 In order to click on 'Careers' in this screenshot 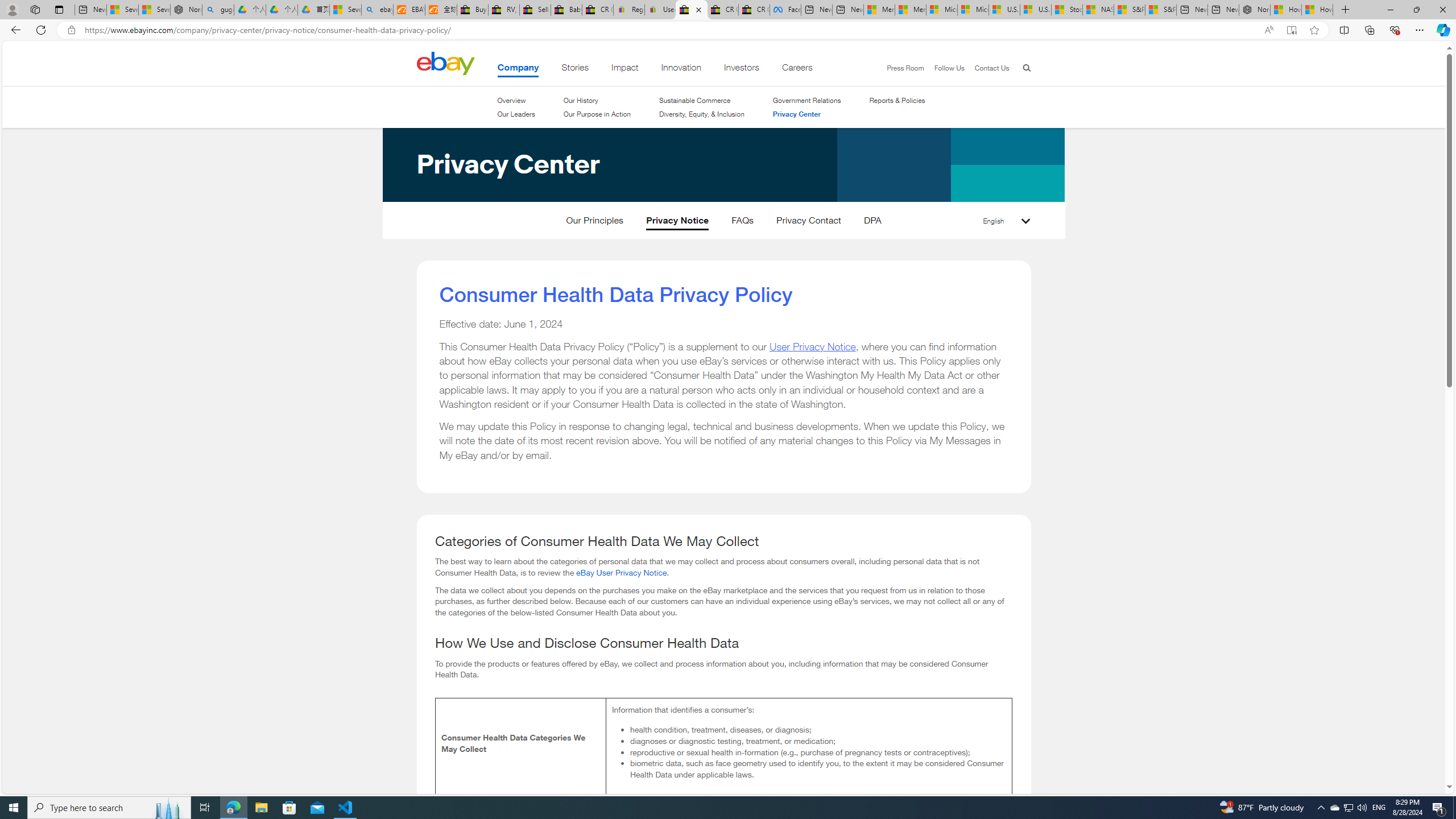, I will do `click(797, 69)`.